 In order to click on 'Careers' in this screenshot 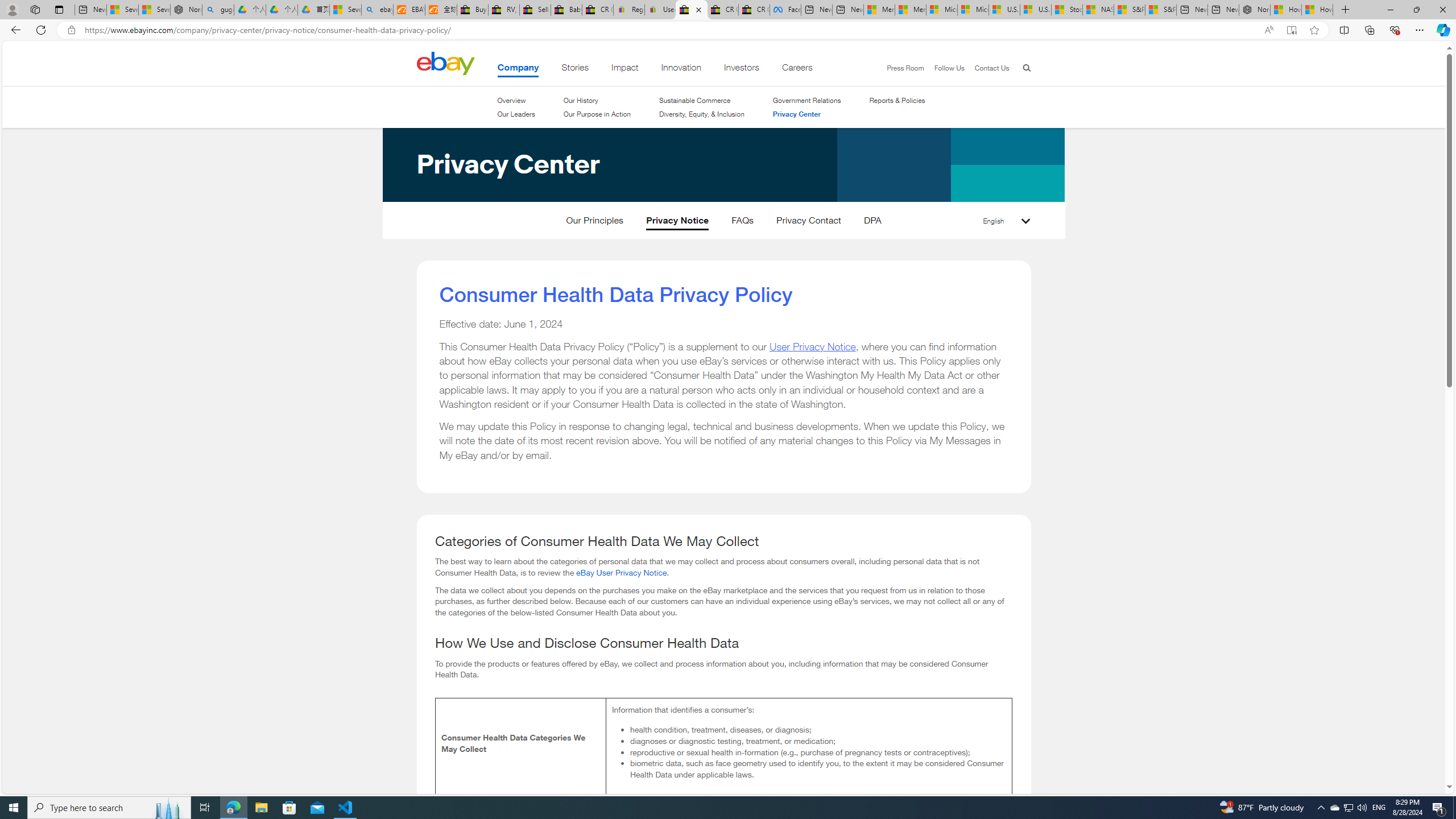, I will do `click(797, 69)`.